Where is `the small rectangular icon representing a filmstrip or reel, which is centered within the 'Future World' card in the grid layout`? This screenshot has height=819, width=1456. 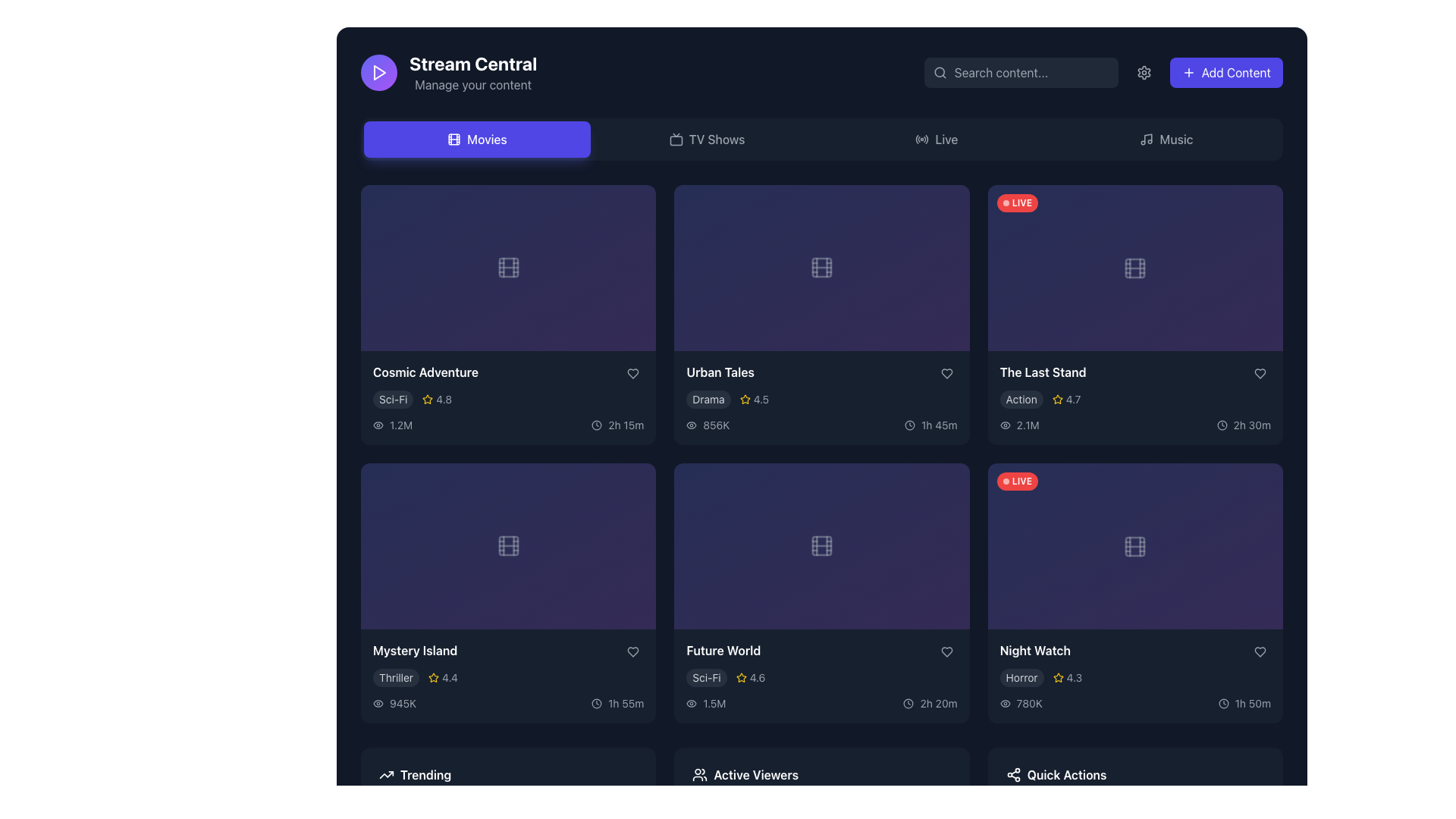
the small rectangular icon representing a filmstrip or reel, which is centered within the 'Future World' card in the grid layout is located at coordinates (821, 546).